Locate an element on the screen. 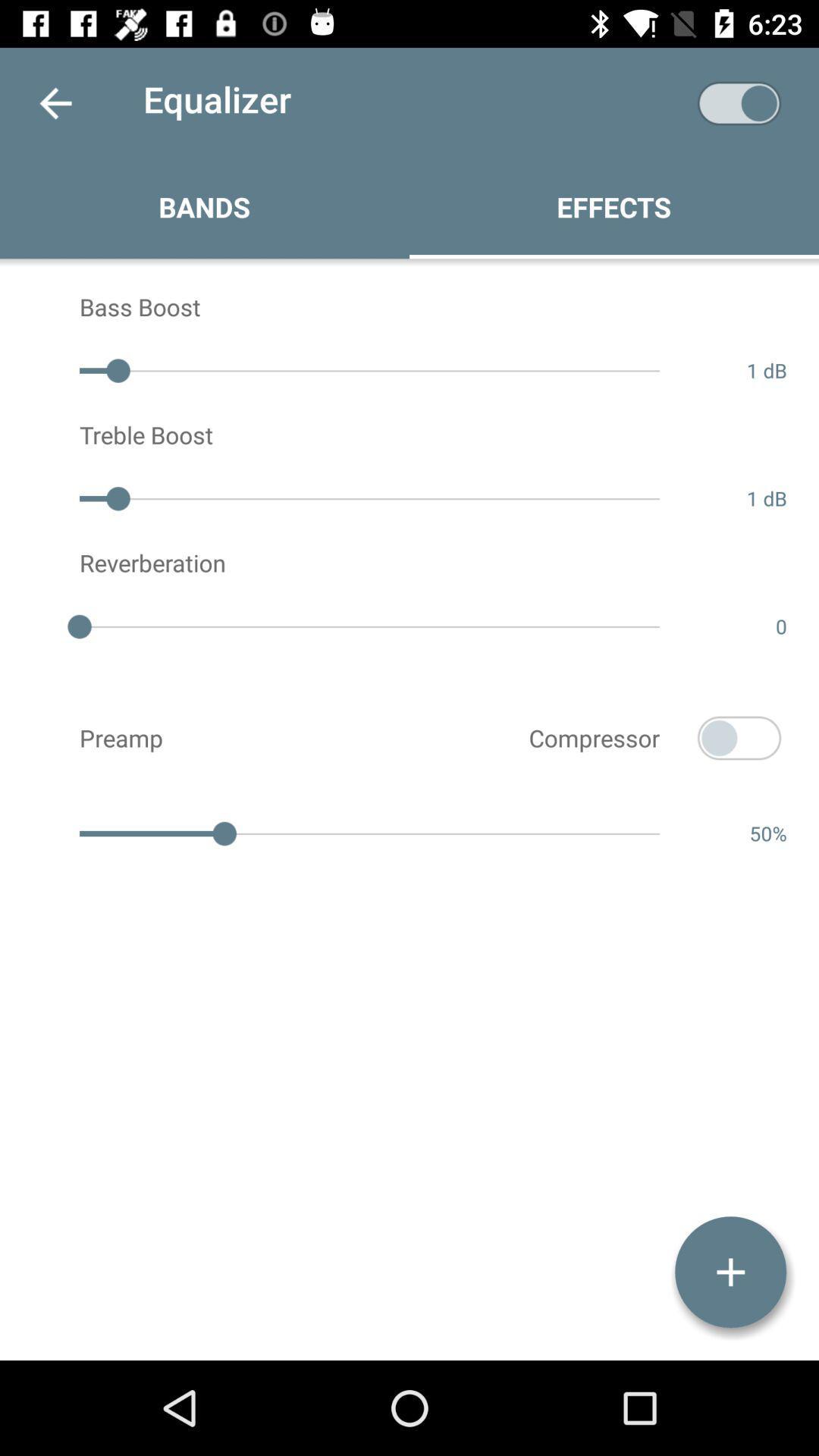 This screenshot has width=819, height=1456. the icon next to compressor icon is located at coordinates (739, 738).